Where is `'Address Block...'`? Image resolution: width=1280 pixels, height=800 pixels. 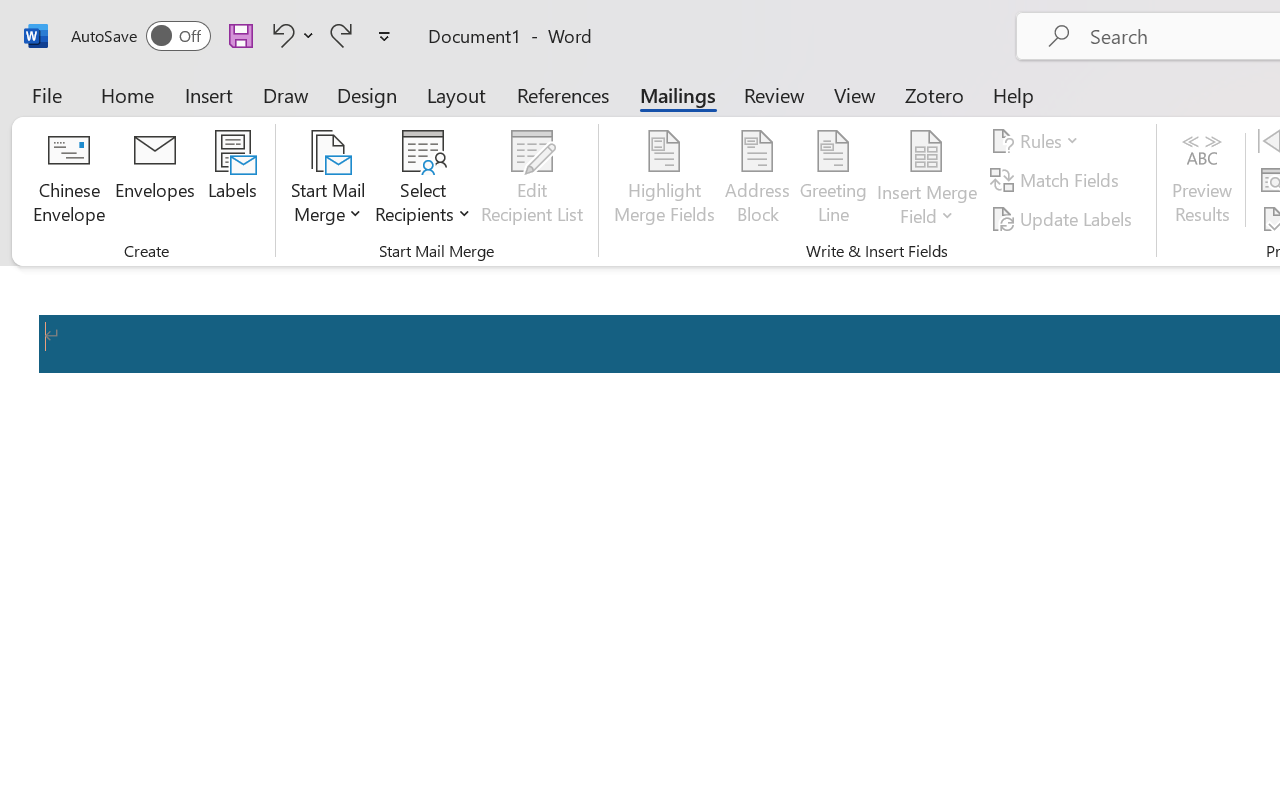
'Address Block...' is located at coordinates (756, 179).